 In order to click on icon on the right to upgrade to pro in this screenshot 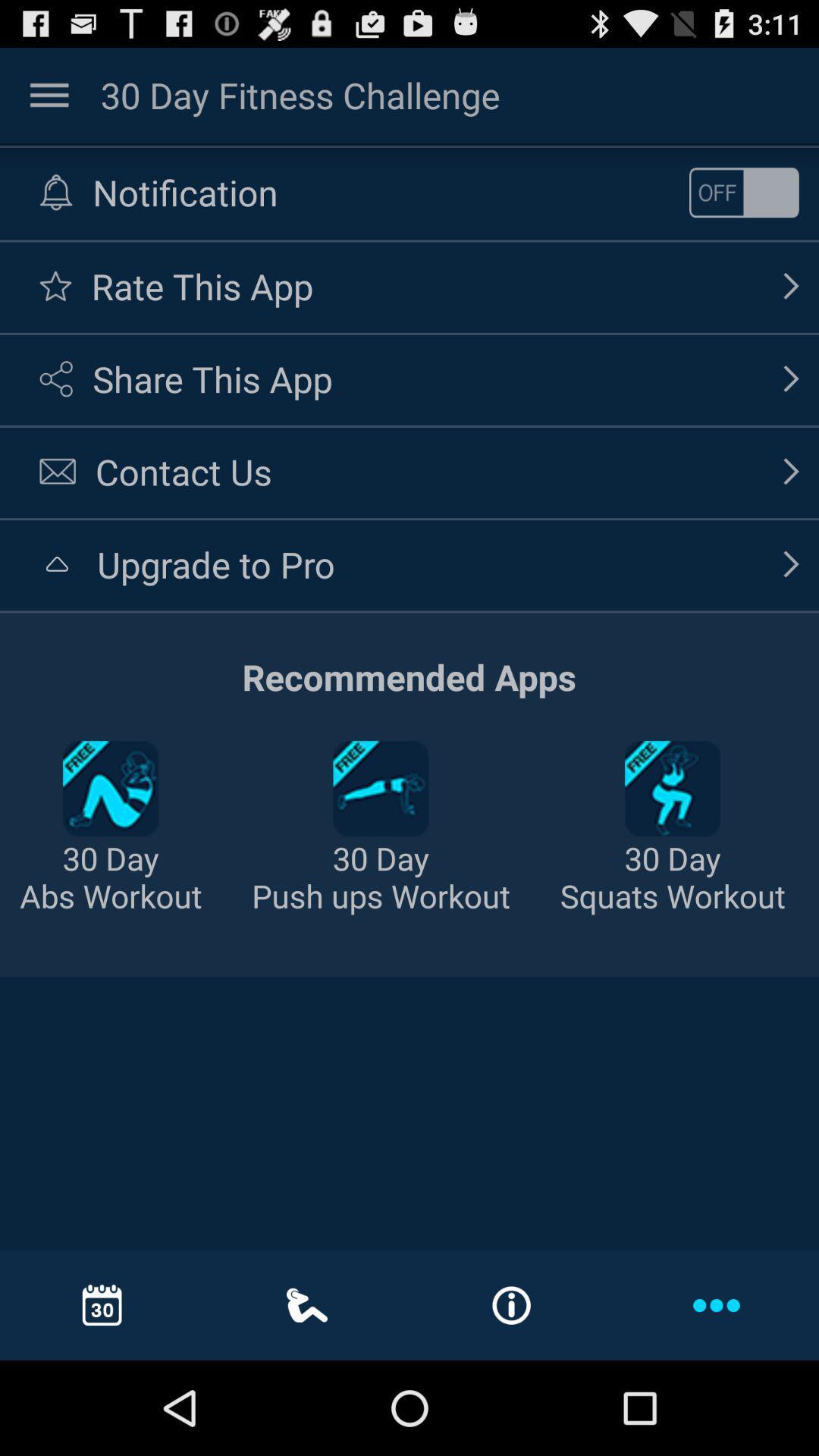, I will do `click(791, 563)`.